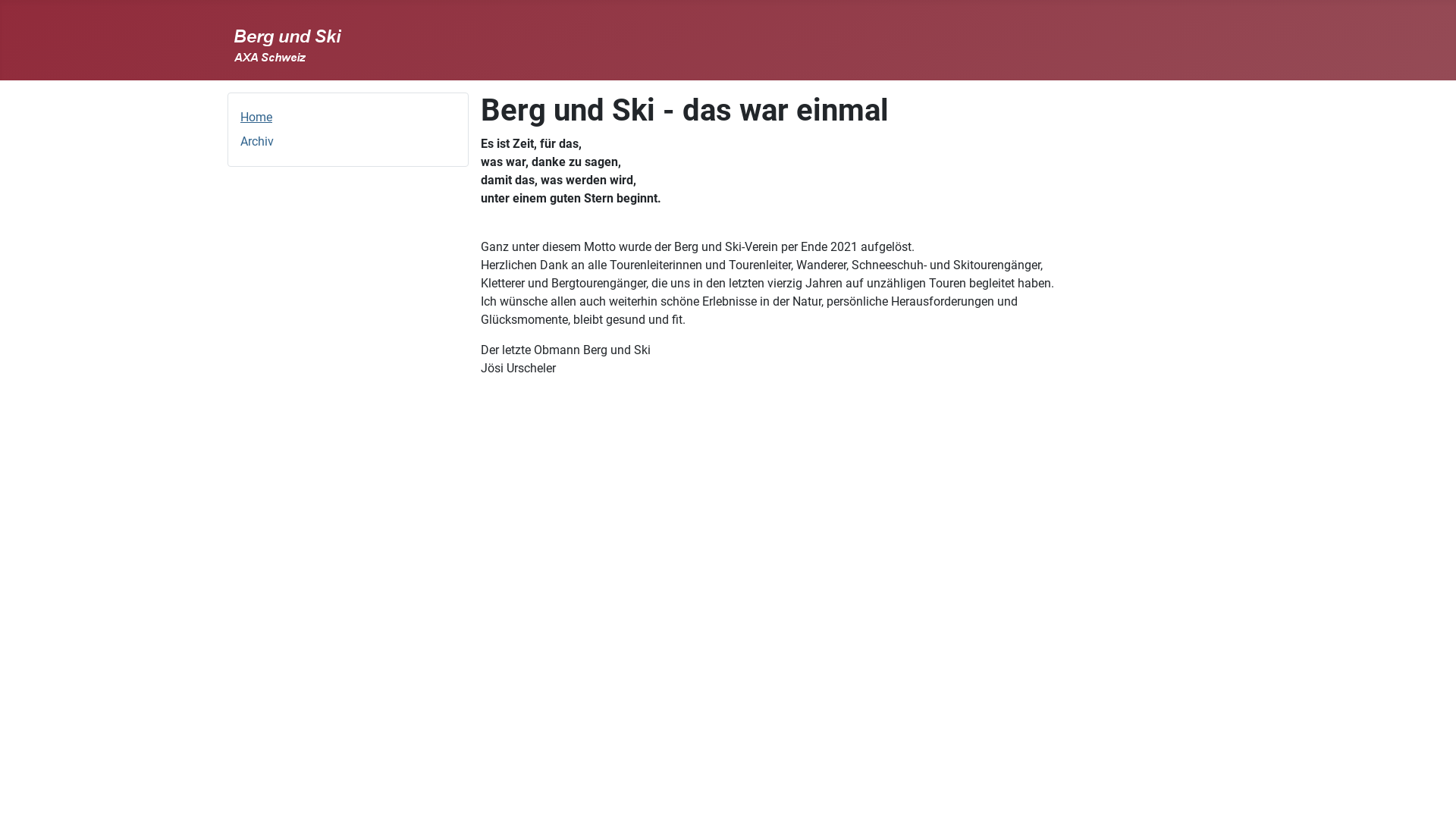  What do you see at coordinates (257, 141) in the screenshot?
I see `'Archiv'` at bounding box center [257, 141].